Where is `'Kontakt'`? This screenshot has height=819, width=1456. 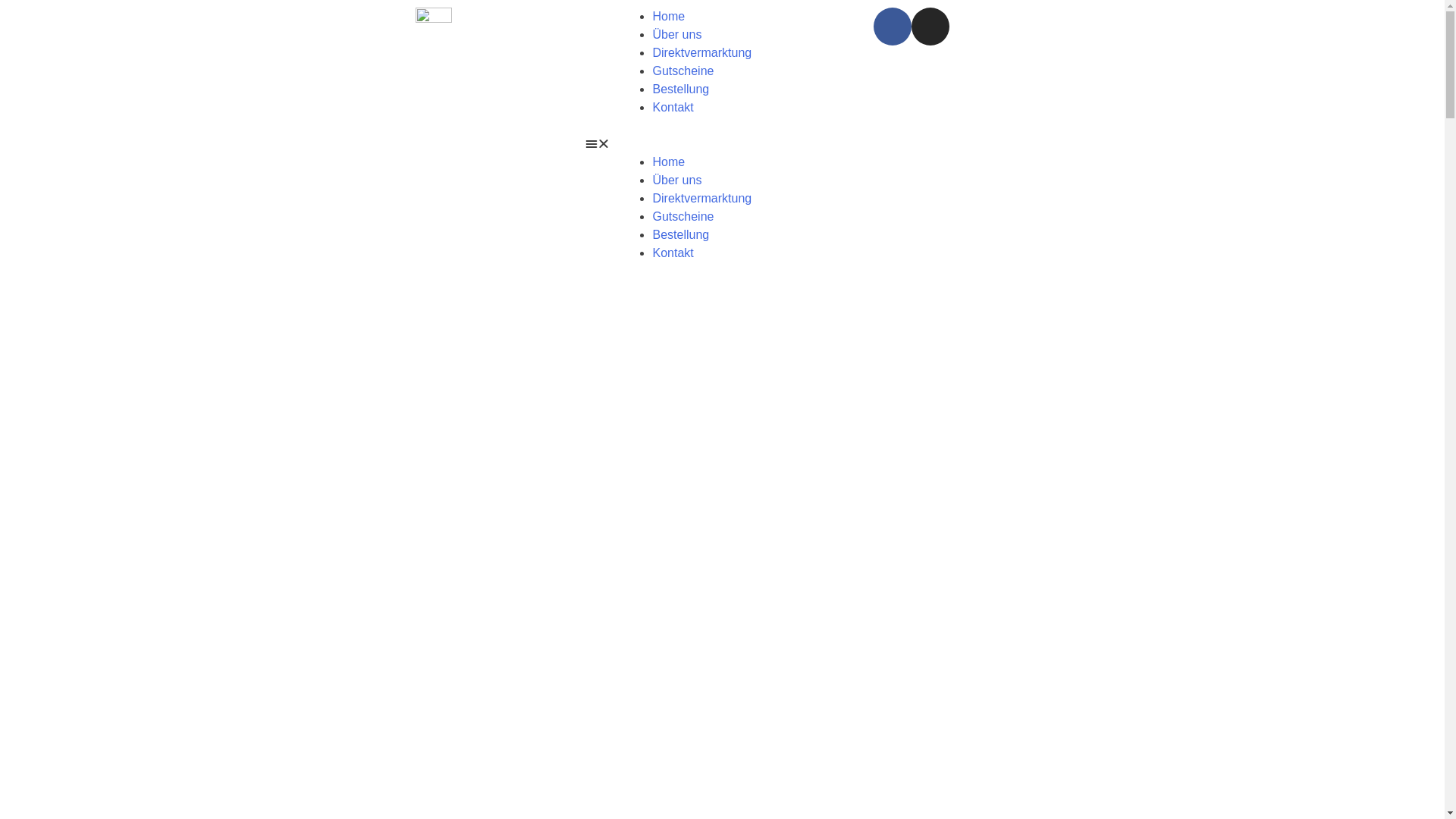
'Kontakt' is located at coordinates (672, 252).